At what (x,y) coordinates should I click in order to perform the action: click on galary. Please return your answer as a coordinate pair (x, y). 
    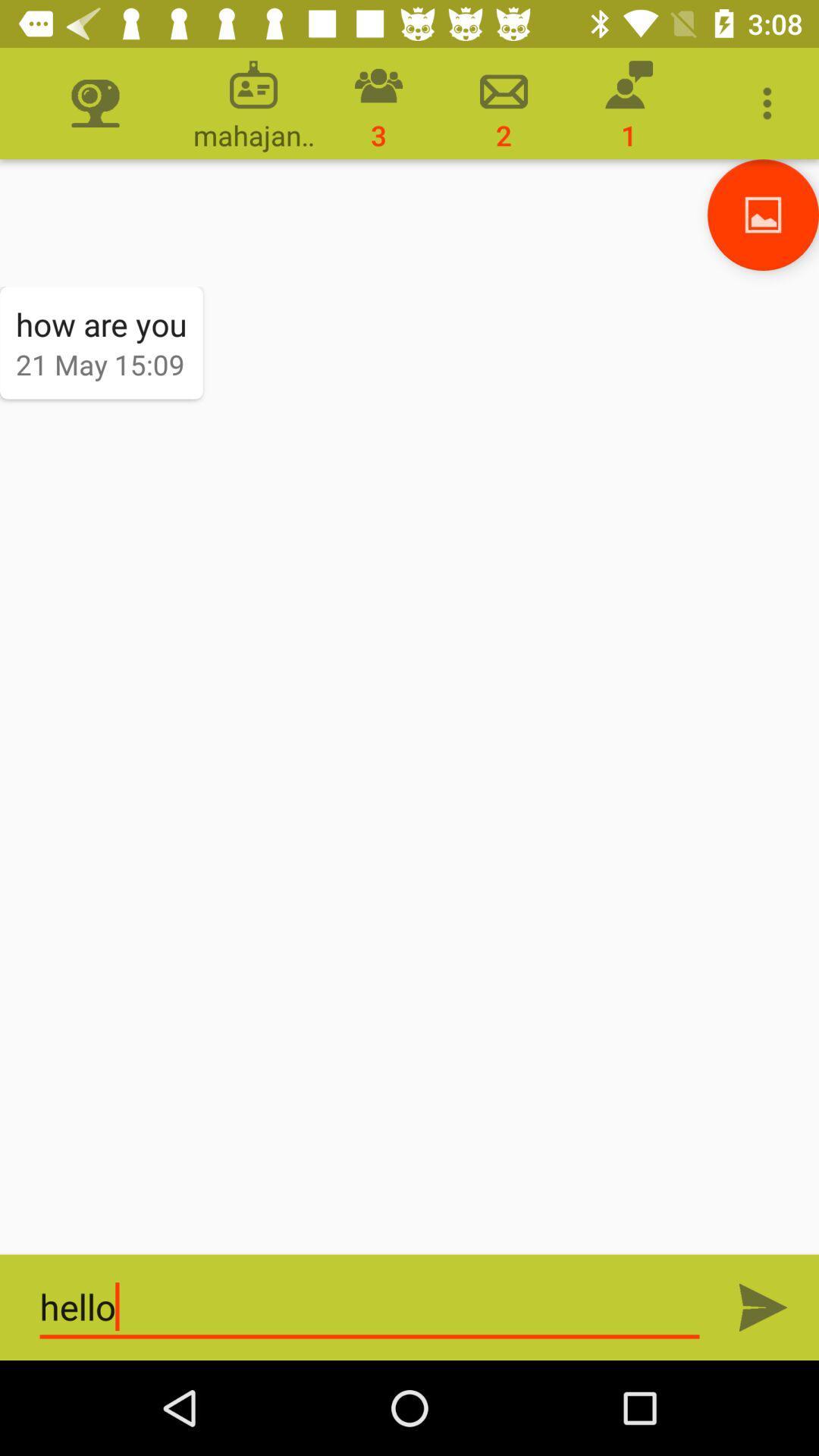
    Looking at the image, I should click on (763, 214).